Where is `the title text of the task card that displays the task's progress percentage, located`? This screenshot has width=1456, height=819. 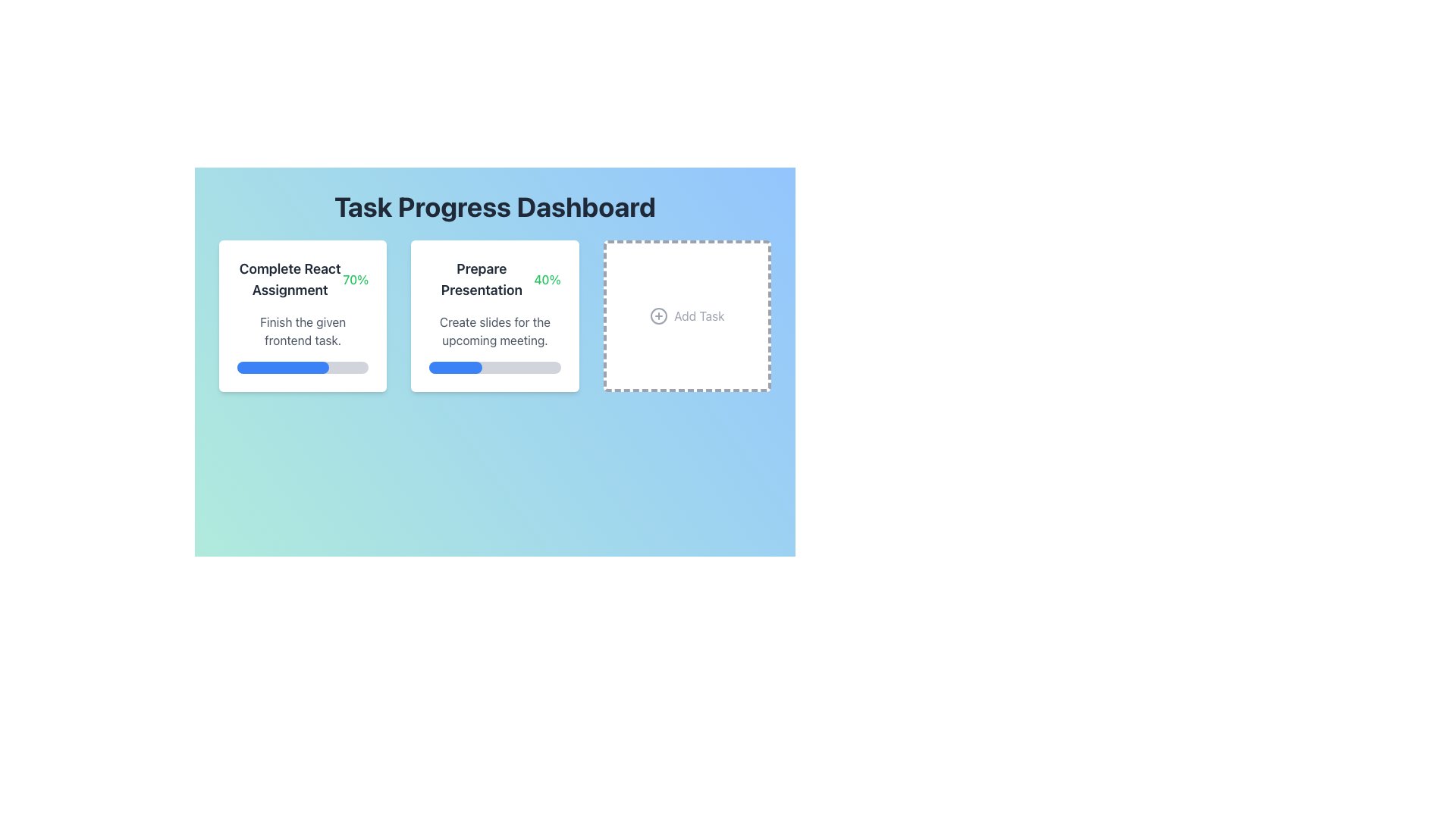
the title text of the task card that displays the task's progress percentage, located is located at coordinates (494, 280).